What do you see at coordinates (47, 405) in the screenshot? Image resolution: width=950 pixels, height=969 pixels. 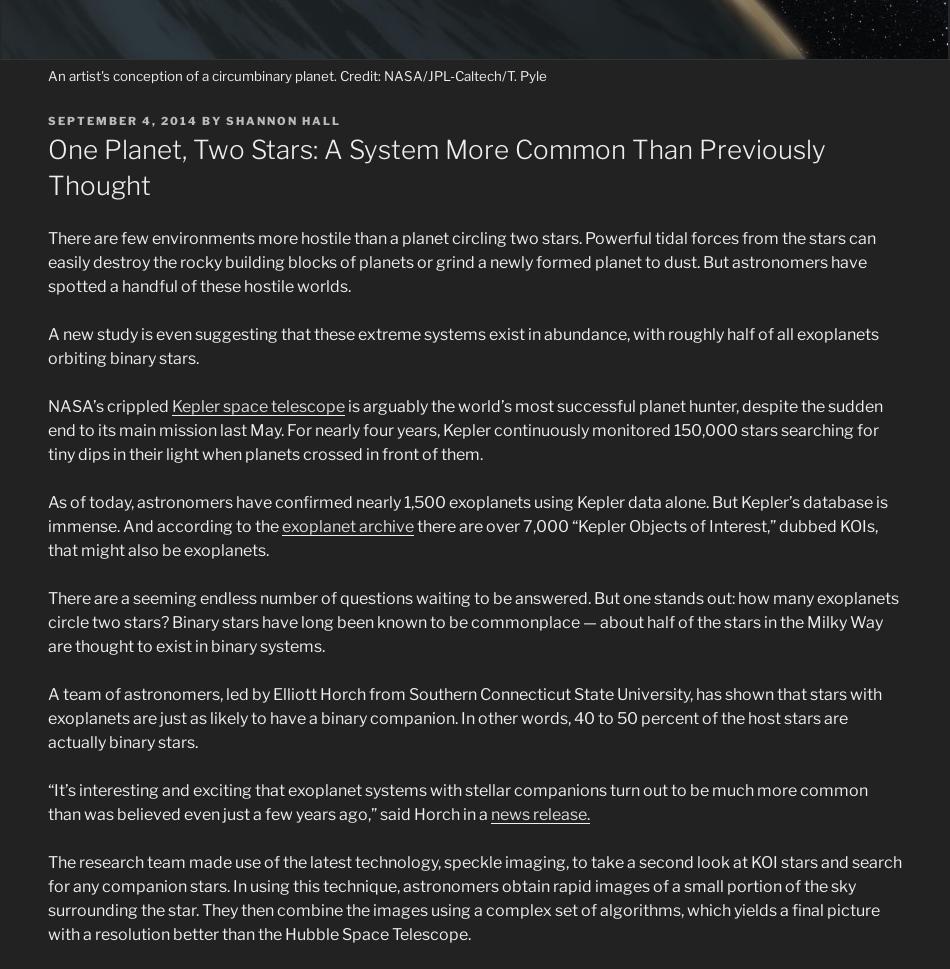 I see `'NASA’s crippled'` at bounding box center [47, 405].